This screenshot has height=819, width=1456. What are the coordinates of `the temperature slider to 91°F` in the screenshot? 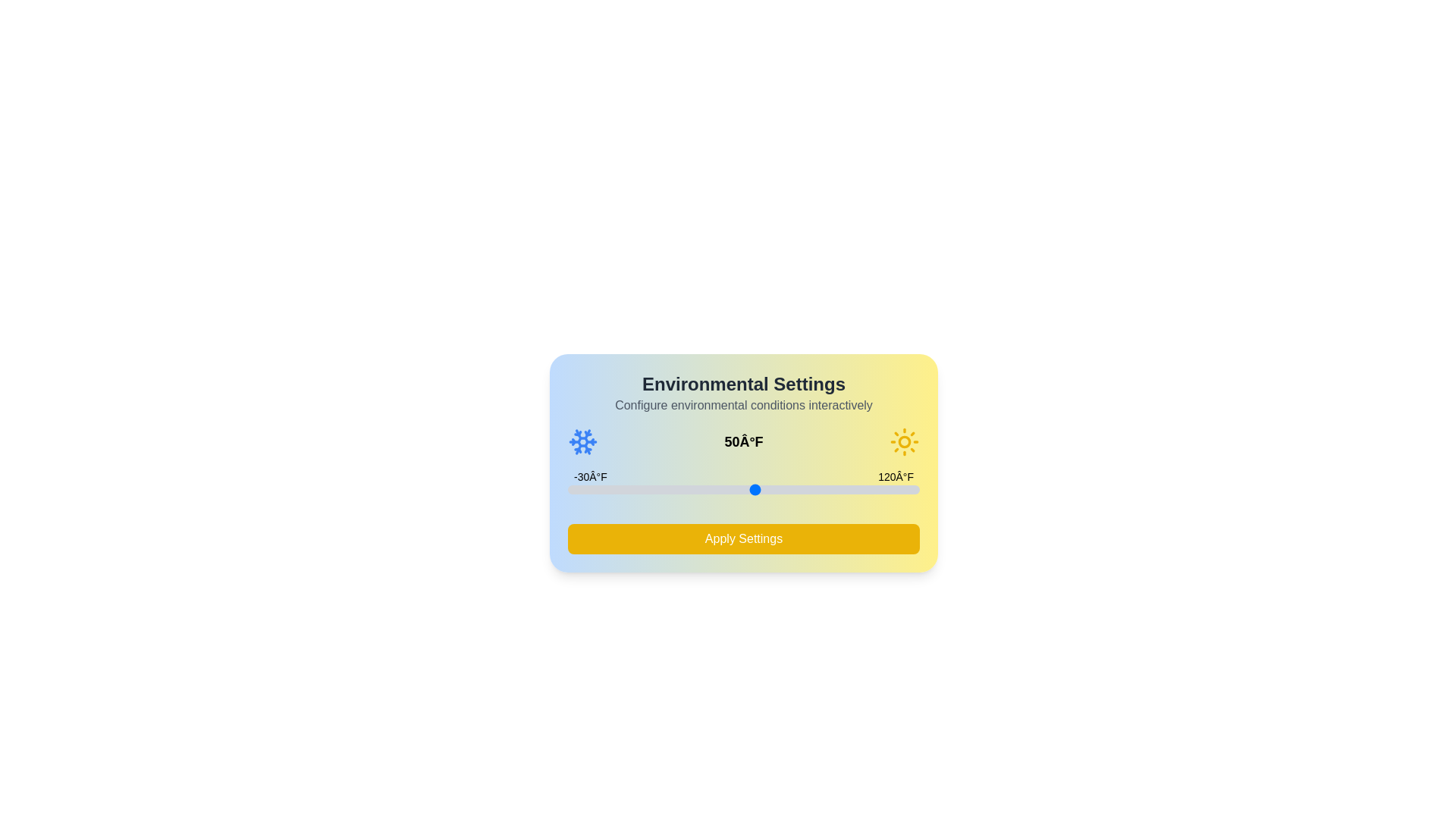 It's located at (852, 489).